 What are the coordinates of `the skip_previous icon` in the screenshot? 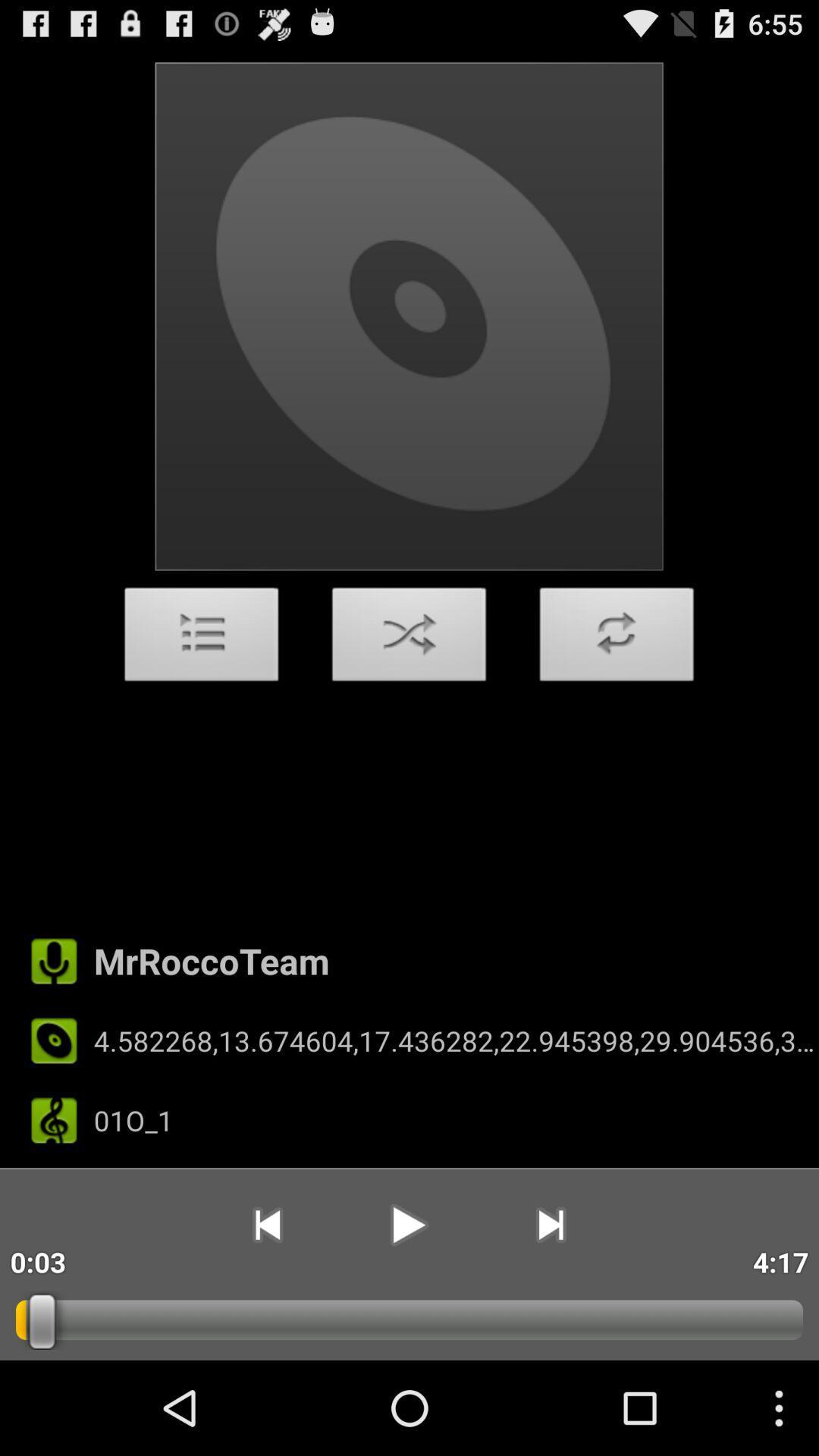 It's located at (266, 1310).